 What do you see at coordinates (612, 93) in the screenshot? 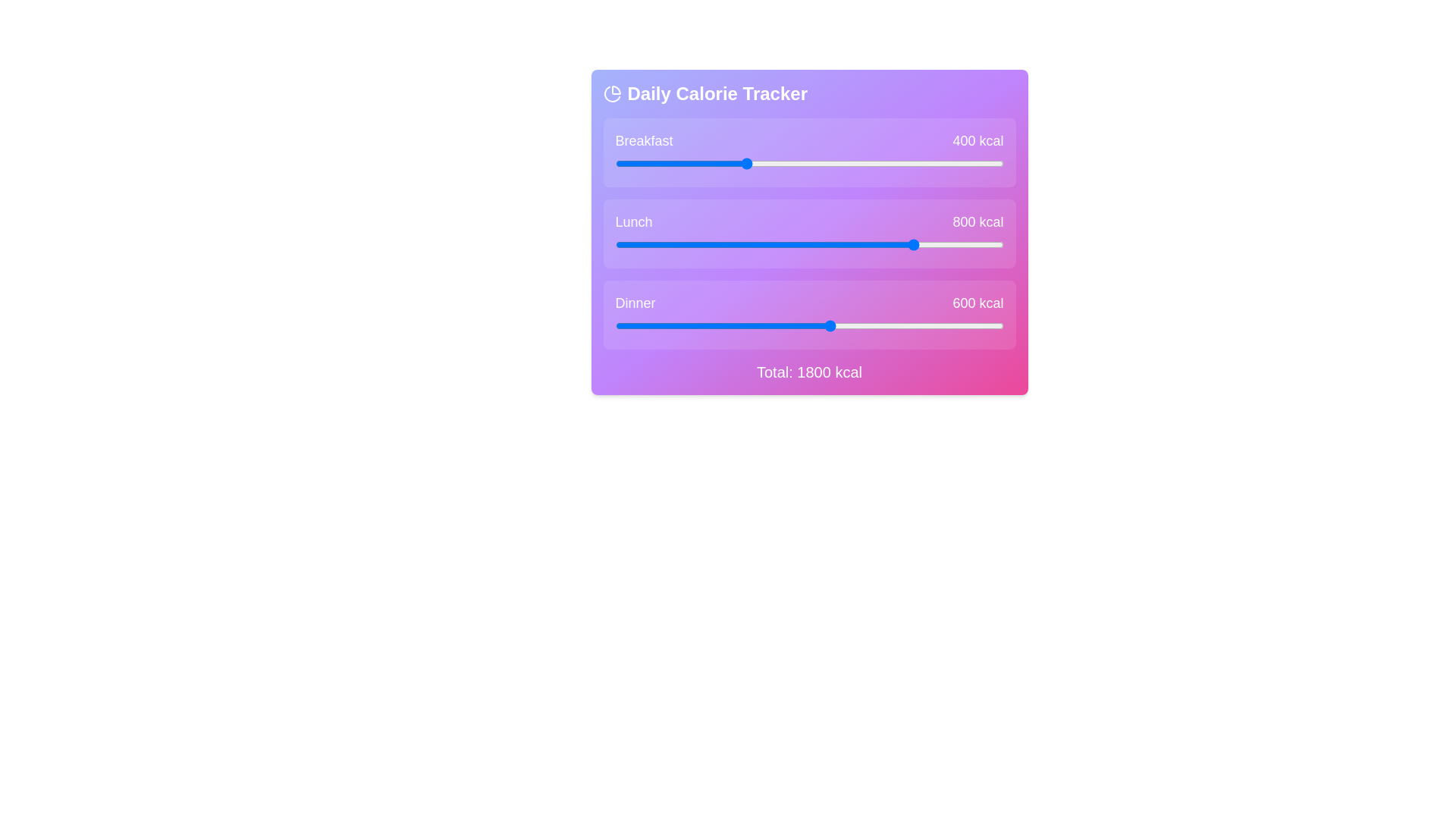
I see `the pie chart icon located in the header section of the 'Daily Calorie Tracker' panel, positioned to the left of the text 'Daily Calorie Tracker'` at bounding box center [612, 93].